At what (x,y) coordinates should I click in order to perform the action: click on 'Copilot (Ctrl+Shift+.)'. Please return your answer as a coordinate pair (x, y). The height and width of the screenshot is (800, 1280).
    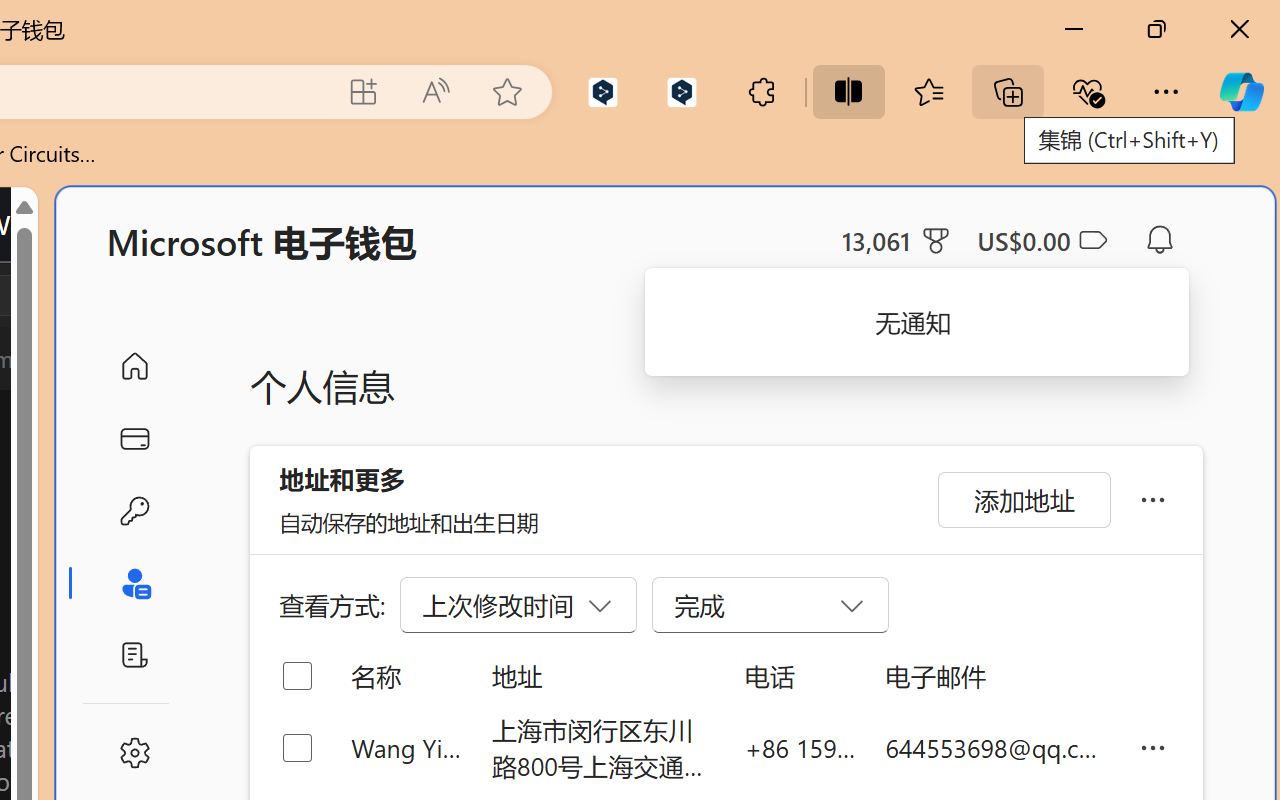
    Looking at the image, I should click on (1240, 91).